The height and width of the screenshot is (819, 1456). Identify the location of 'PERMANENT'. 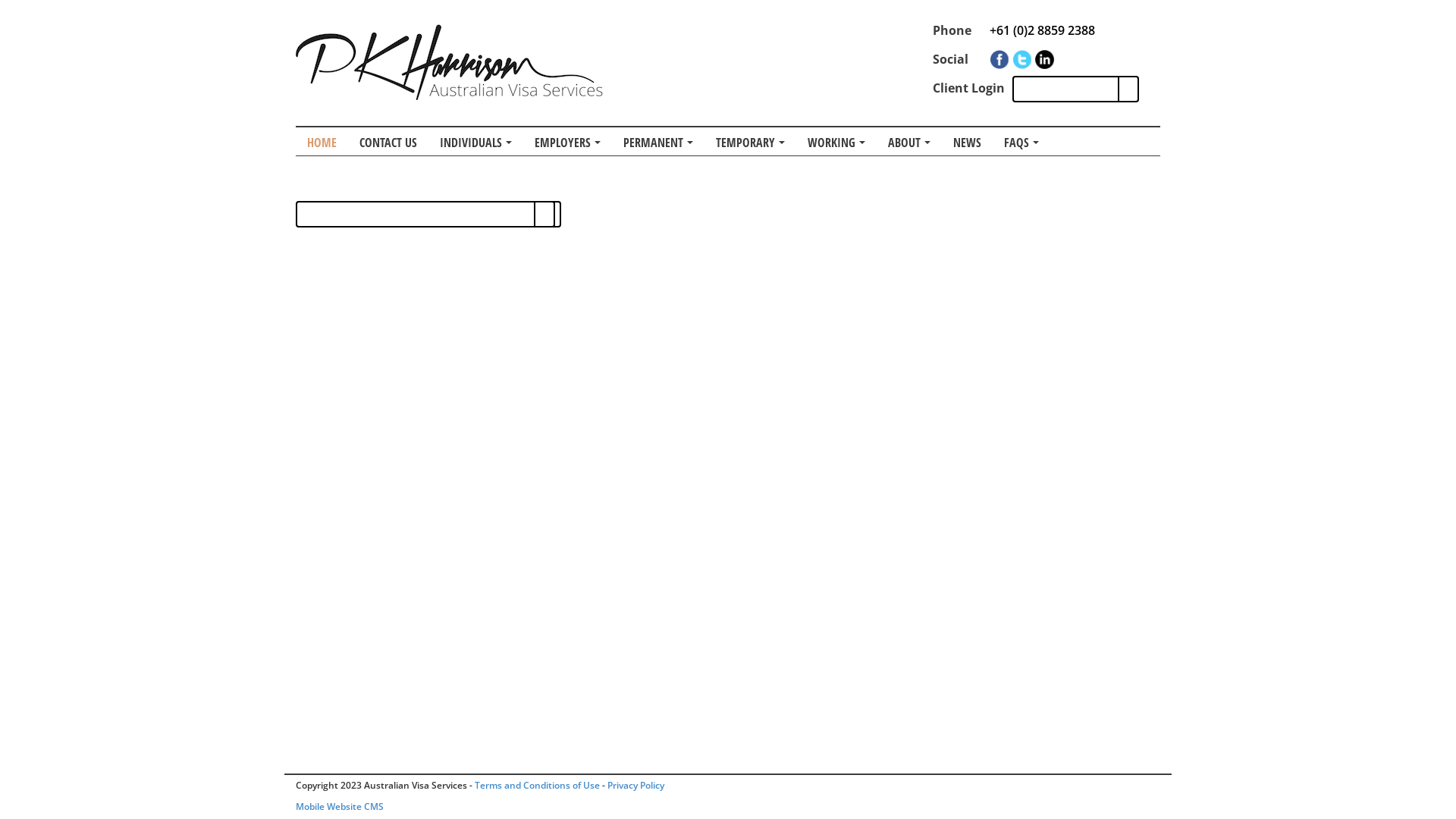
(611, 141).